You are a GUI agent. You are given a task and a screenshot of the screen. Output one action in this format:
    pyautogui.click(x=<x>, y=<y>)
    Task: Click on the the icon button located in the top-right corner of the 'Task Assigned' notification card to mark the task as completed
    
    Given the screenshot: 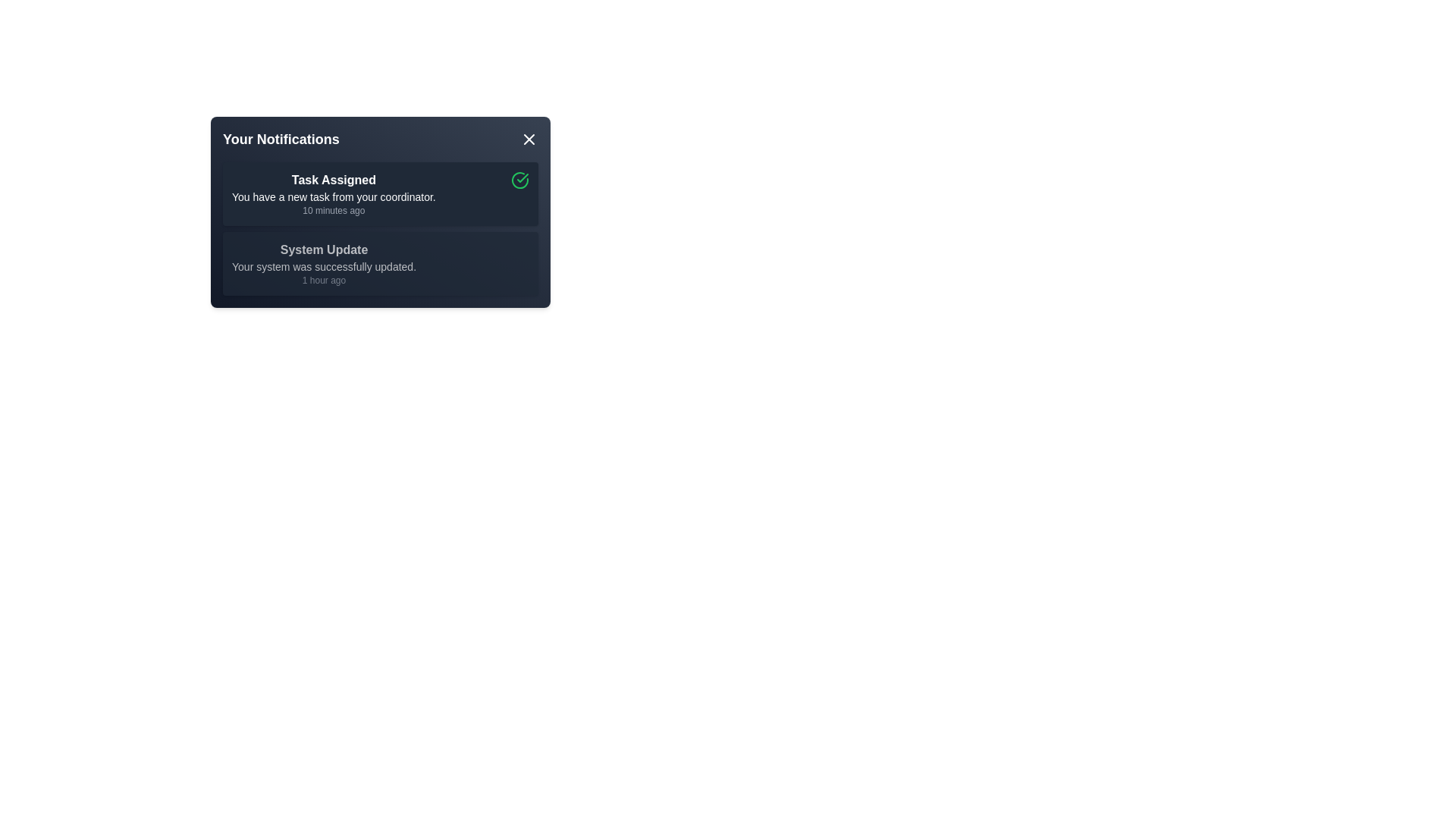 What is the action you would take?
    pyautogui.click(x=520, y=180)
    